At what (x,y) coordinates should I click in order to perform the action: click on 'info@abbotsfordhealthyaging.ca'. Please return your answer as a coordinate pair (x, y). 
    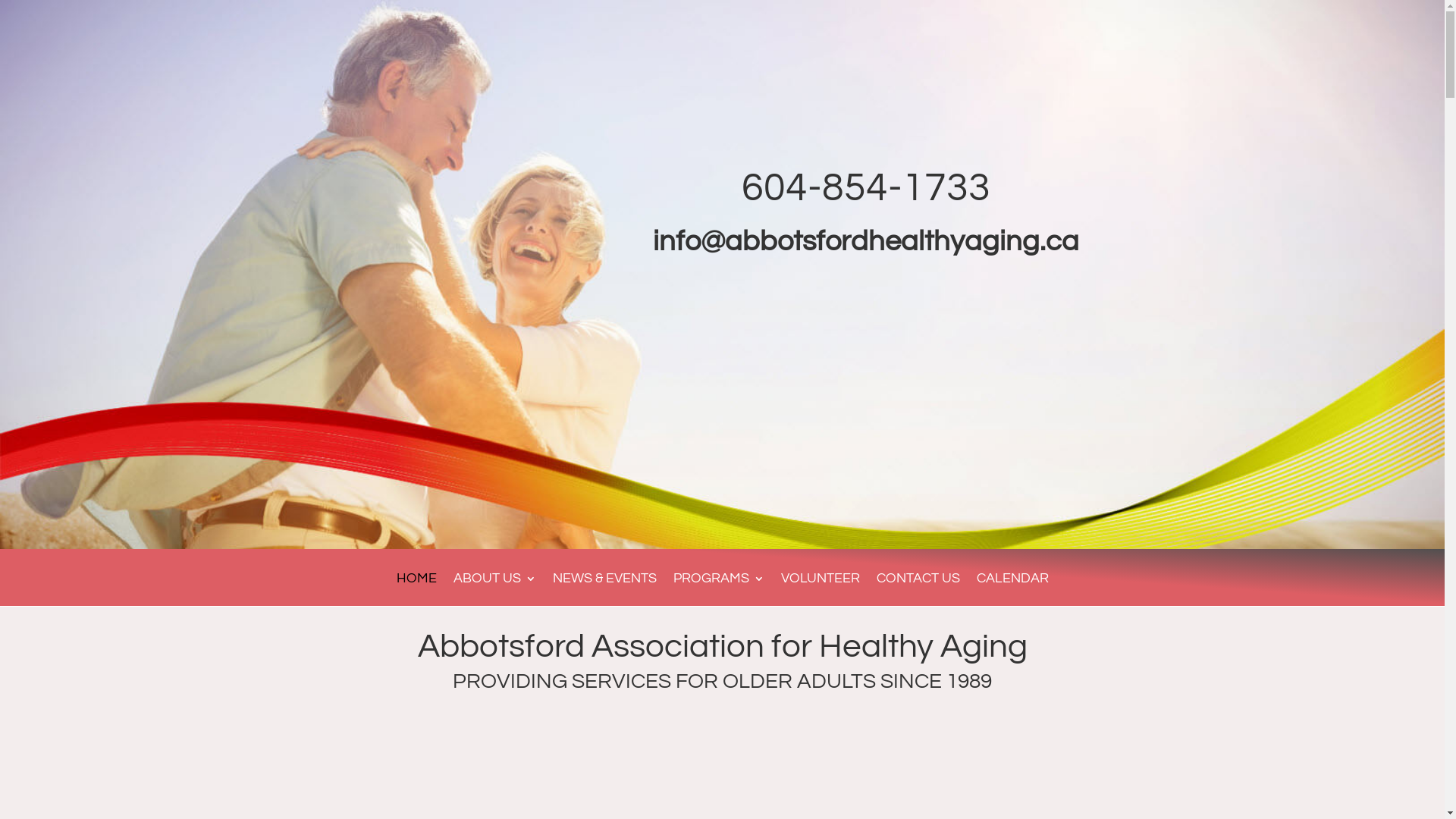
    Looking at the image, I should click on (866, 240).